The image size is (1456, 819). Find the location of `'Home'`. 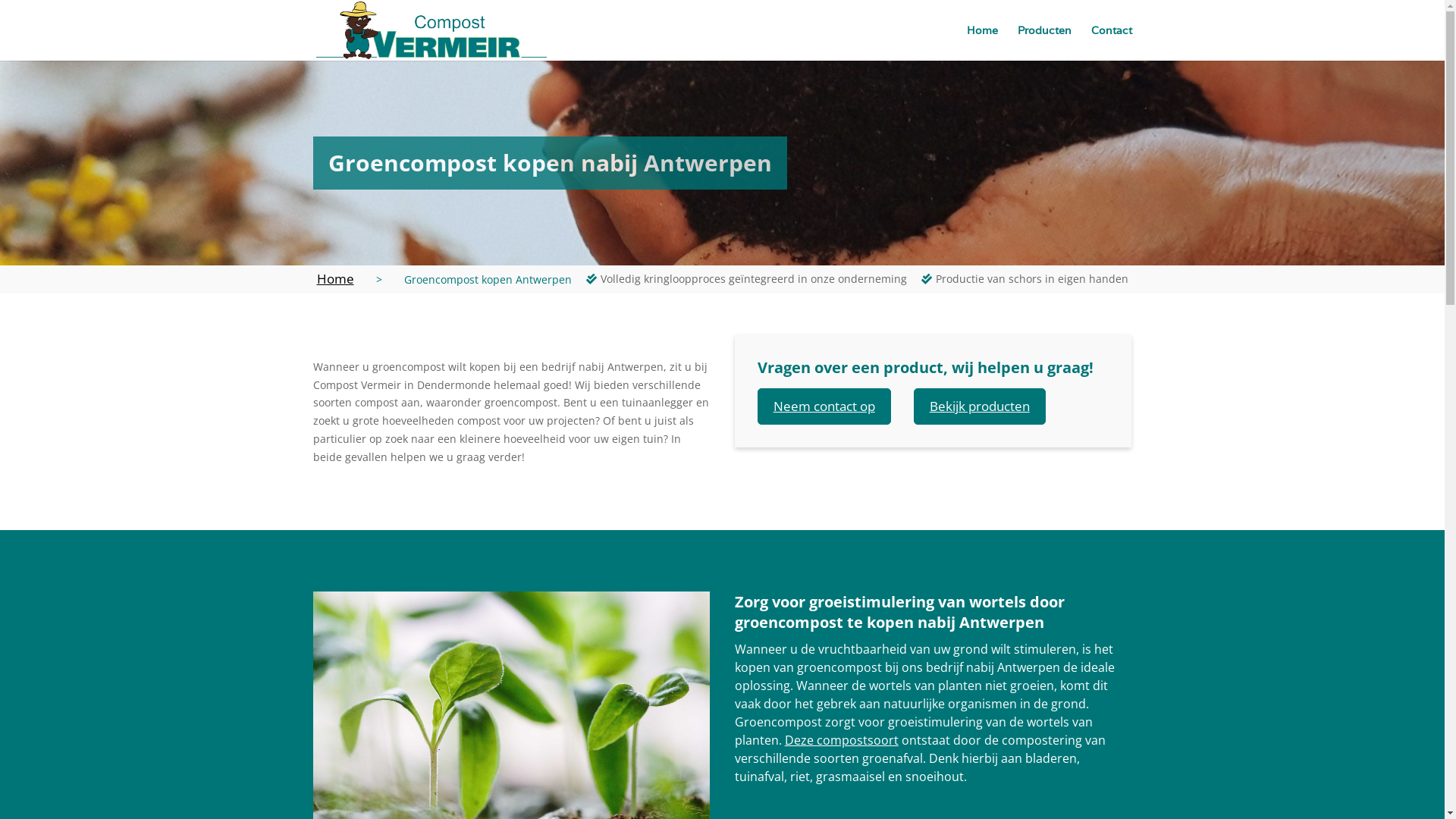

'Home' is located at coordinates (334, 278).